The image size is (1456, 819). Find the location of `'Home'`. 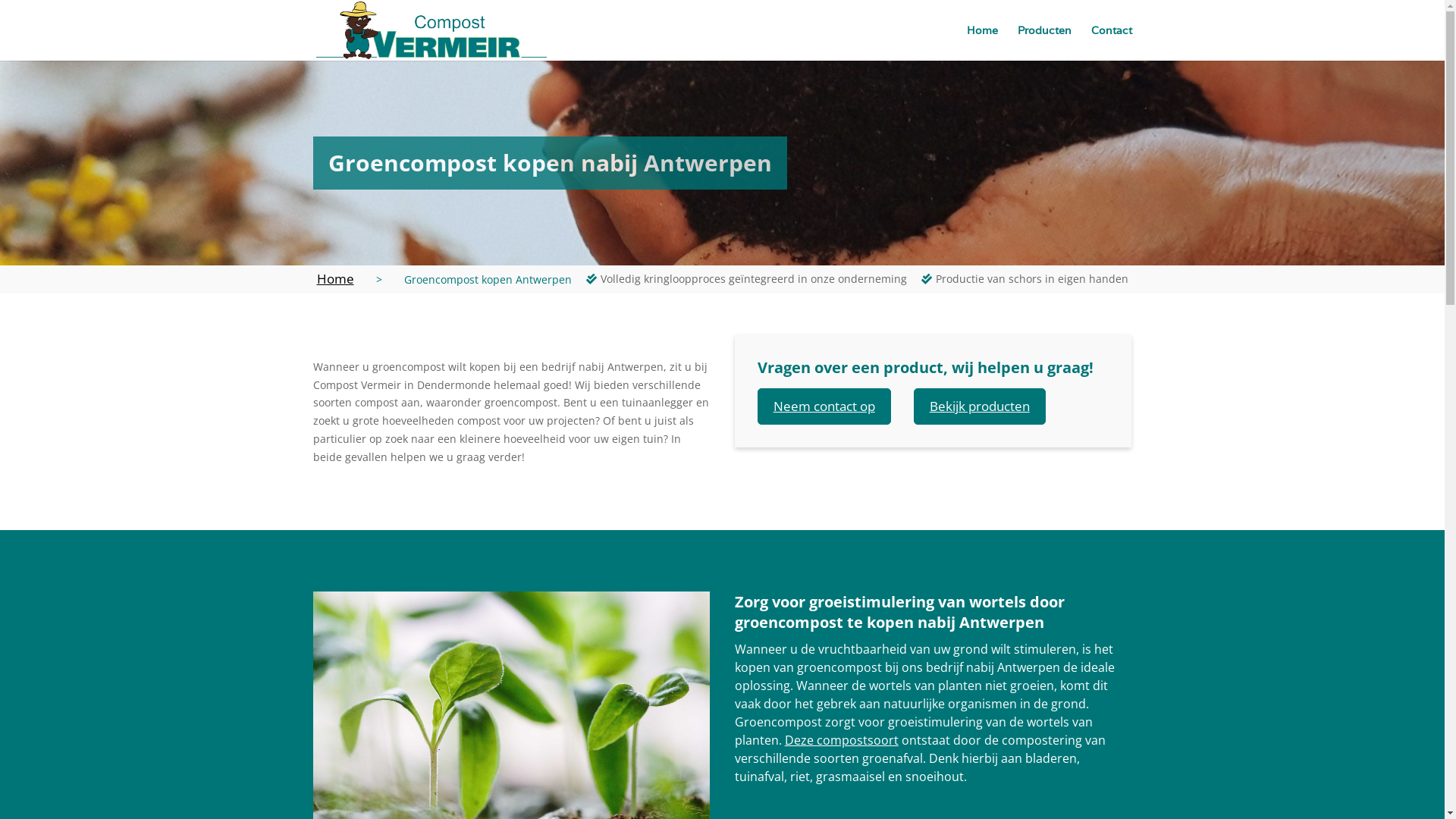

'Home' is located at coordinates (334, 278).